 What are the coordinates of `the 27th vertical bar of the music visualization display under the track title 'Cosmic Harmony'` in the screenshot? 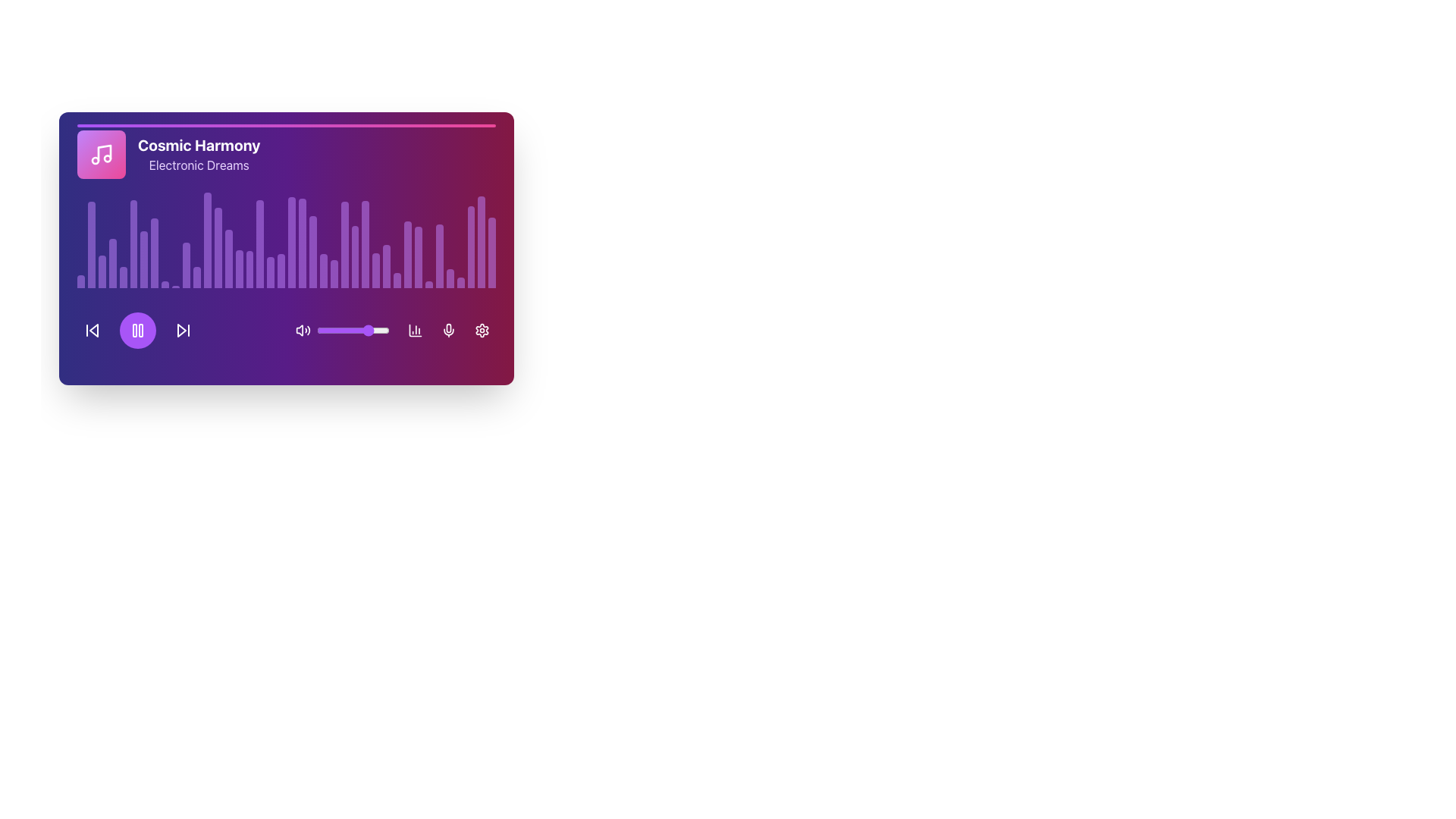 It's located at (354, 256).